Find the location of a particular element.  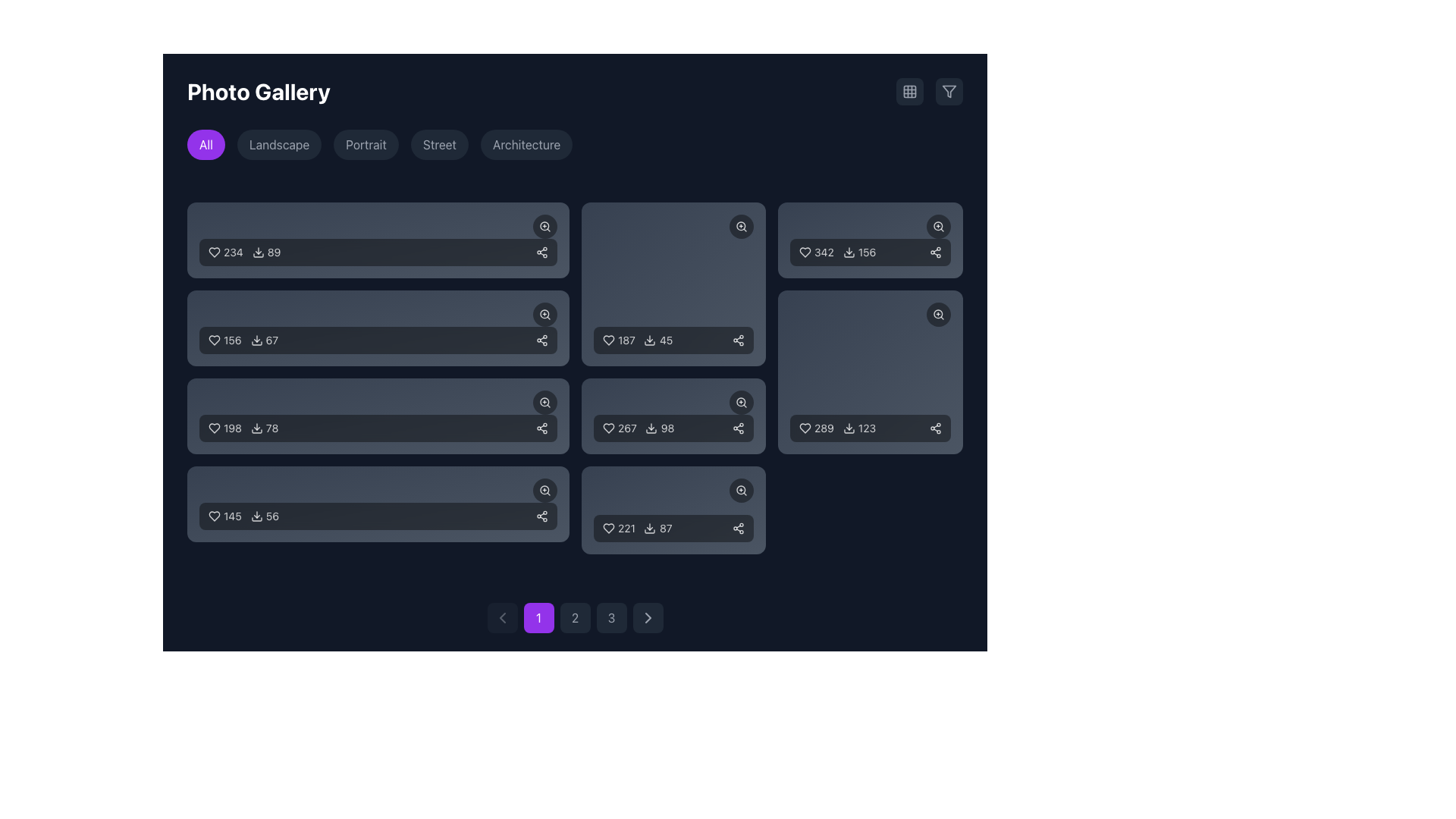

the 'Portrait' filter button located in the horizontal navigation bar below the 'Photo Gallery' header is located at coordinates (366, 145).